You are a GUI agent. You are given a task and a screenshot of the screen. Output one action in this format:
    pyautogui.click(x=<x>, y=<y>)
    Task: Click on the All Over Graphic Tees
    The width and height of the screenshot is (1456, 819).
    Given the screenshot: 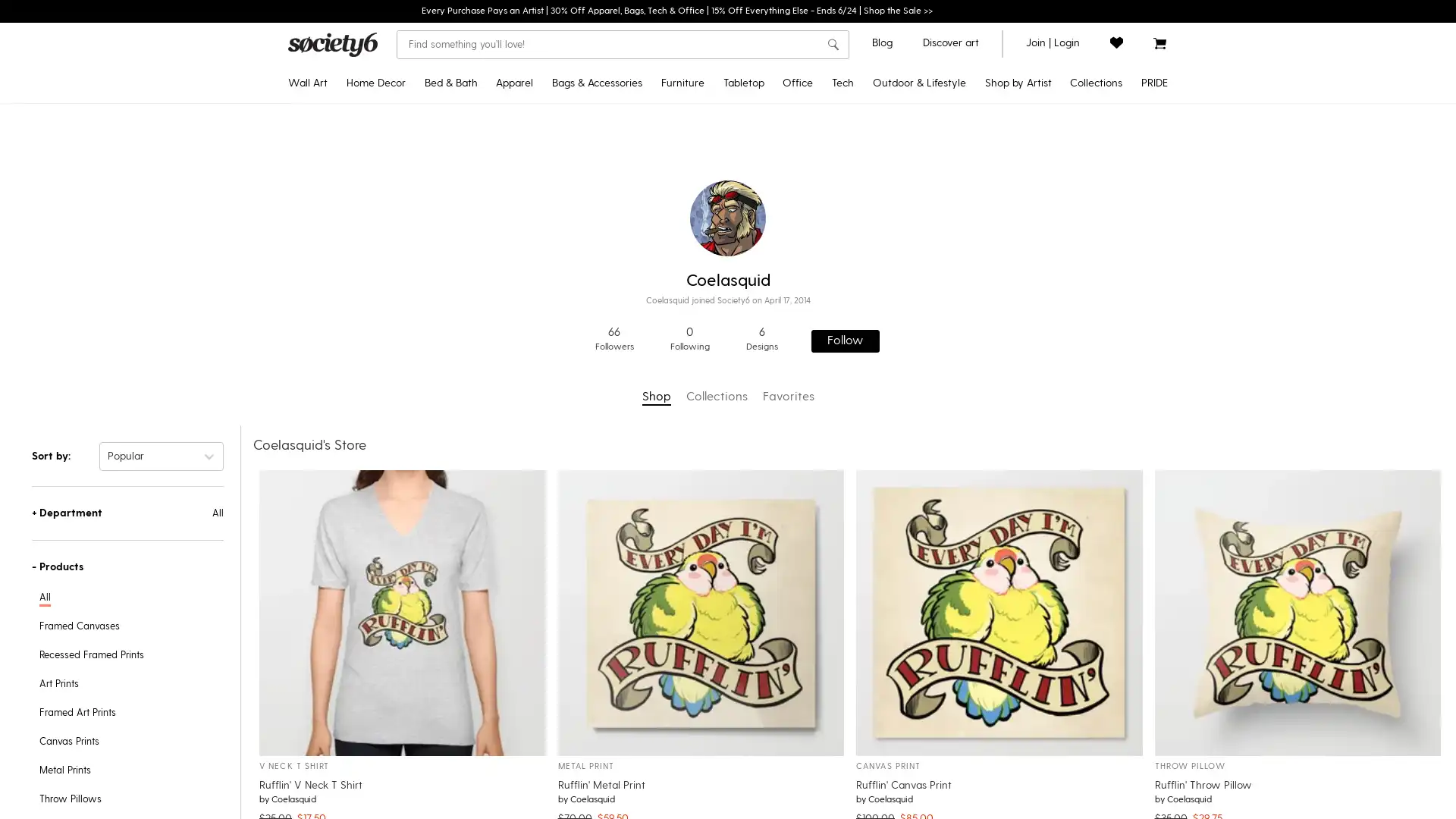 What is the action you would take?
    pyautogui.click(x=562, y=219)
    